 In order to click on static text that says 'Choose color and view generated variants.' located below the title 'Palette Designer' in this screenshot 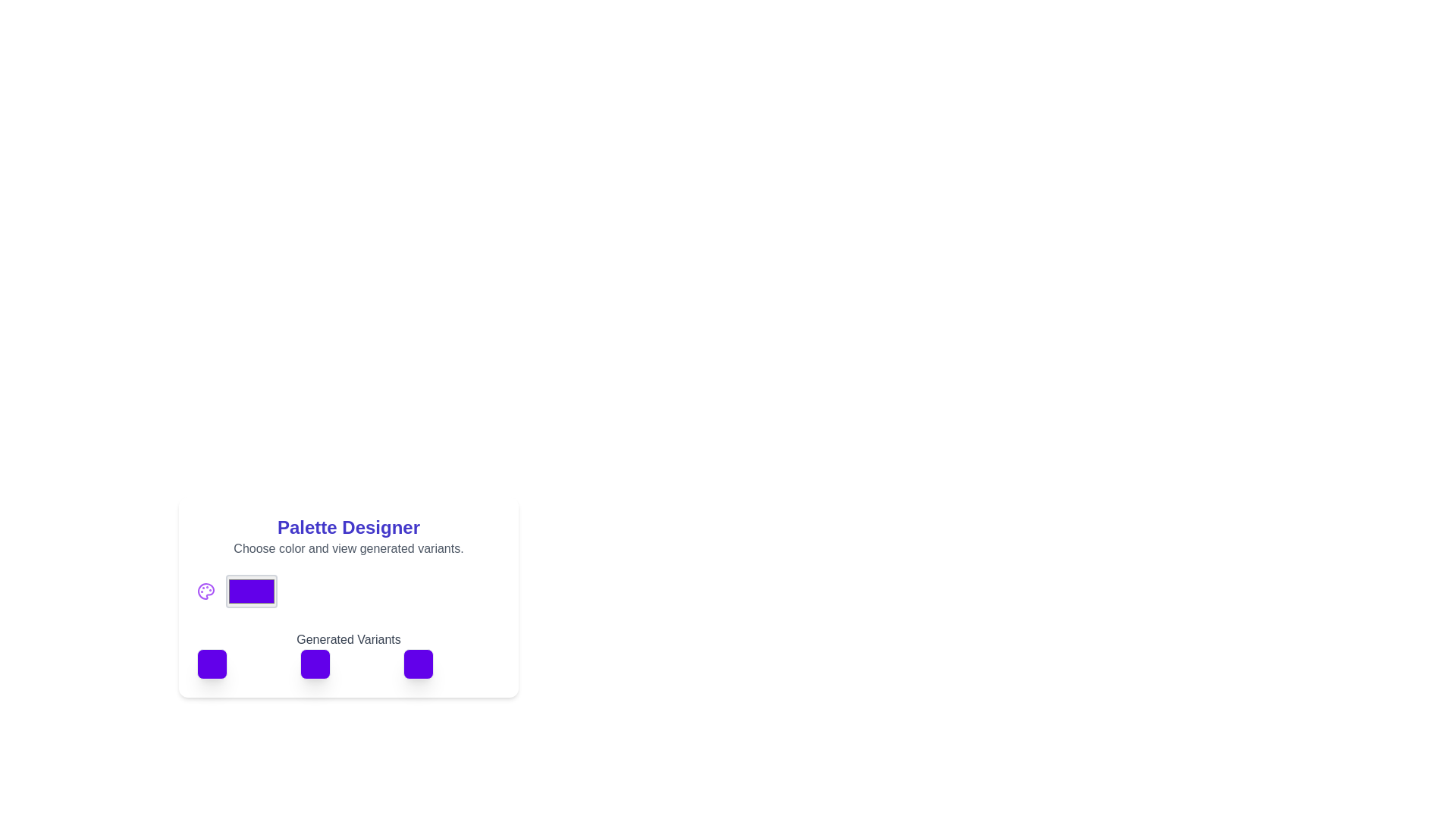, I will do `click(348, 549)`.